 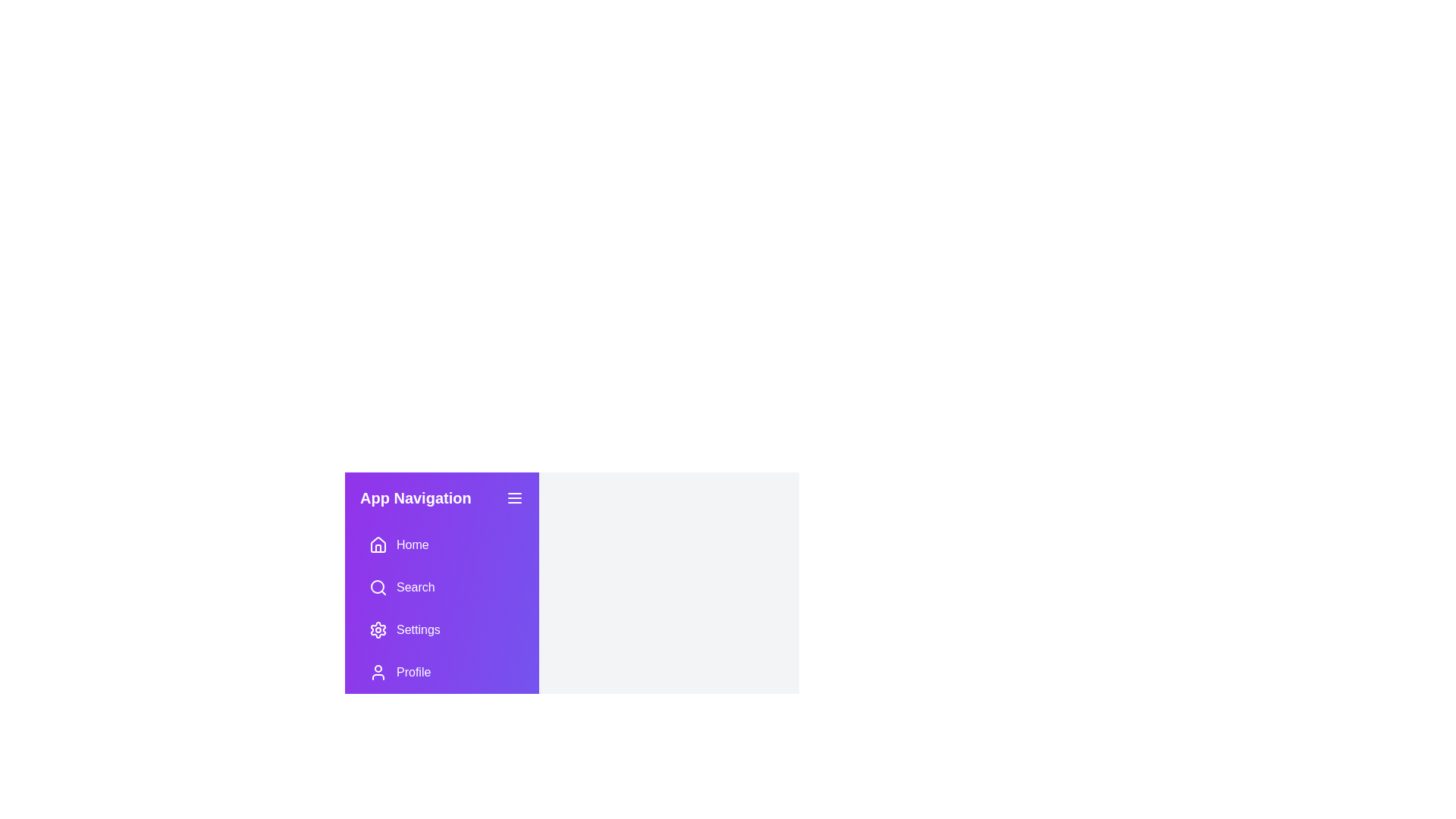 I want to click on the drawer's header to interact with it, so click(x=441, y=497).